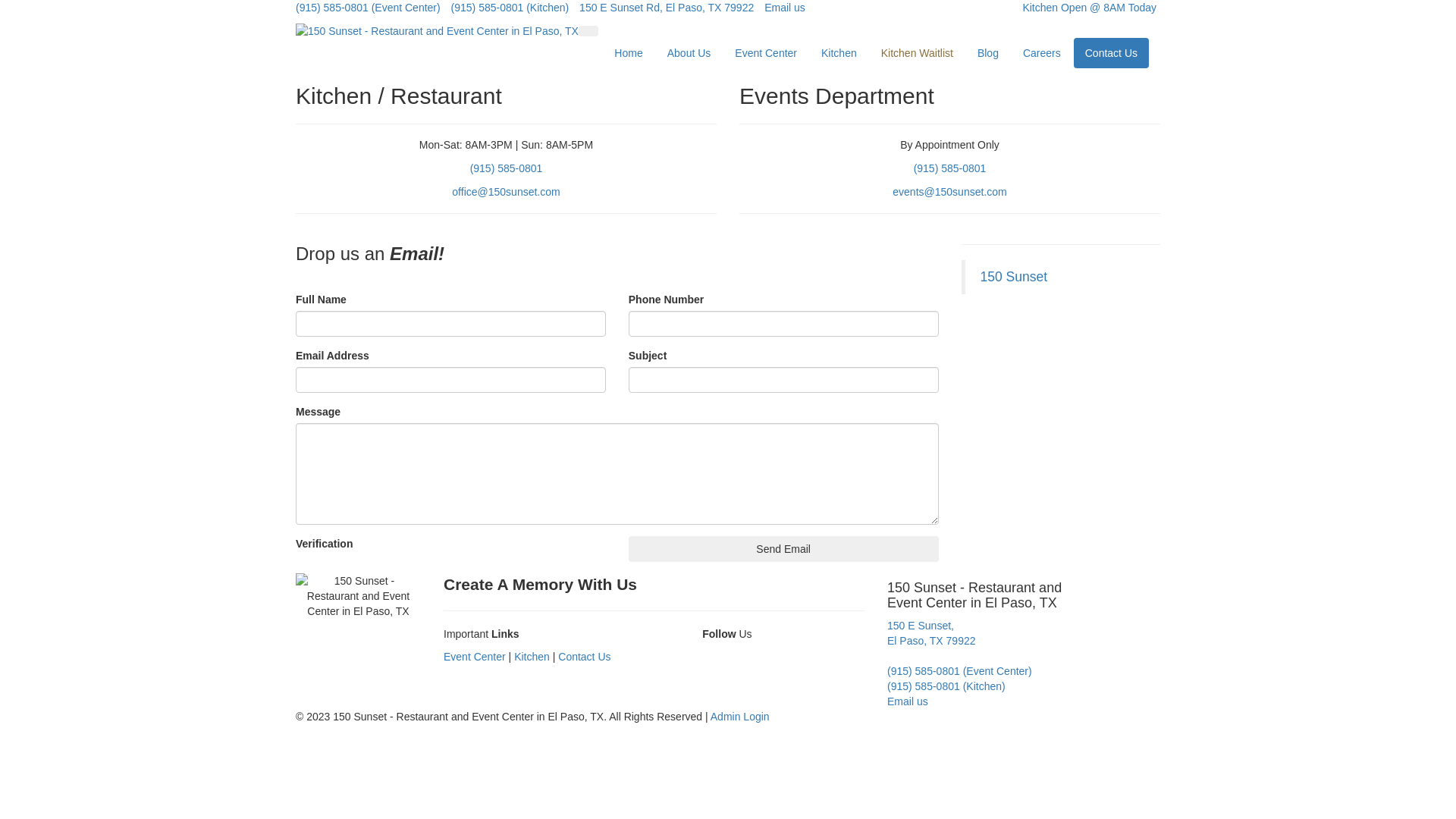  What do you see at coordinates (506, 191) in the screenshot?
I see `'office@150sunset.com'` at bounding box center [506, 191].